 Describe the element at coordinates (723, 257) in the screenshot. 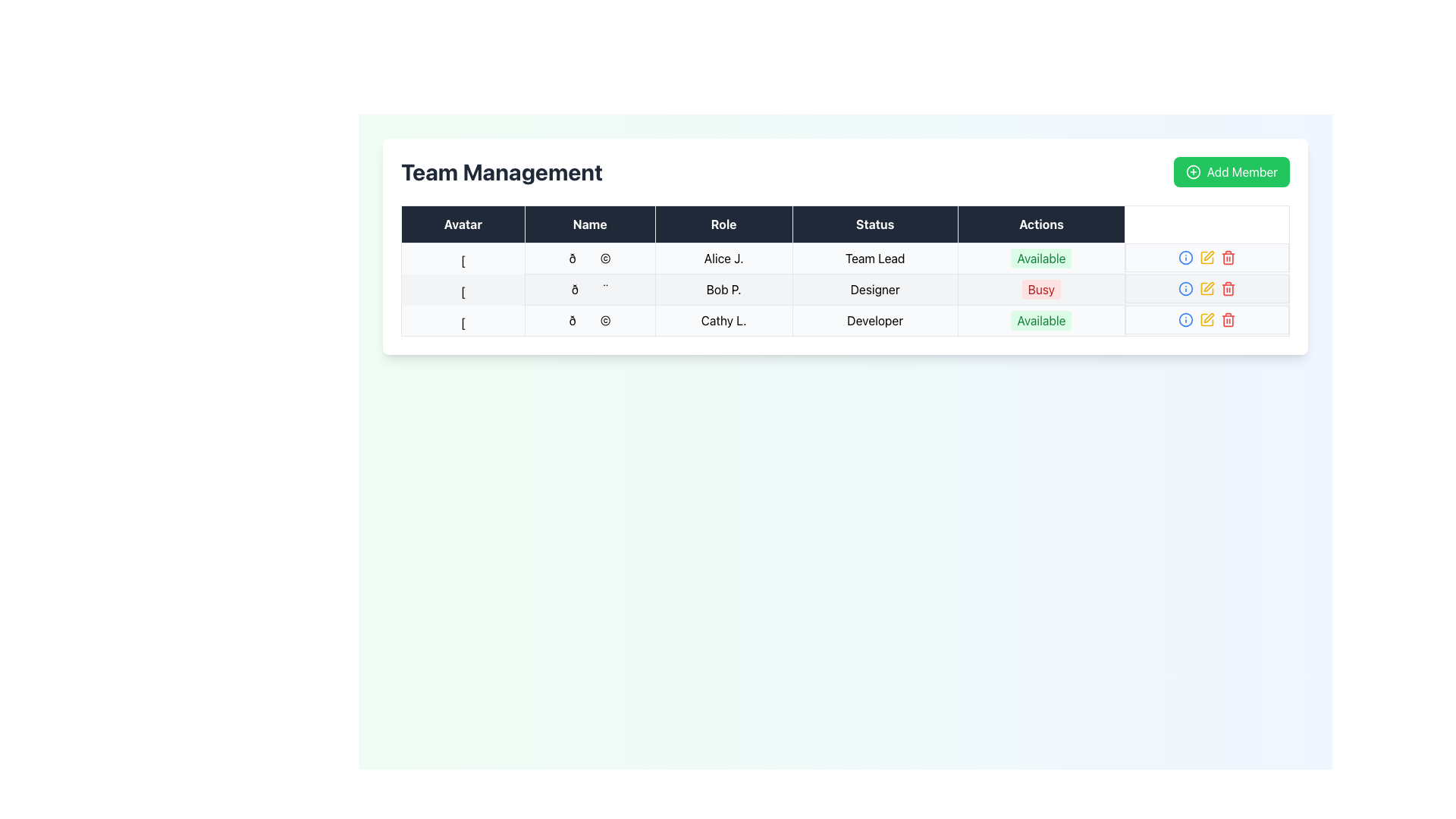

I see `the text label displaying 'Alice J.' which is located in the 'Role' column of the table, positioned between the 'Name' and 'Status' fields` at that location.